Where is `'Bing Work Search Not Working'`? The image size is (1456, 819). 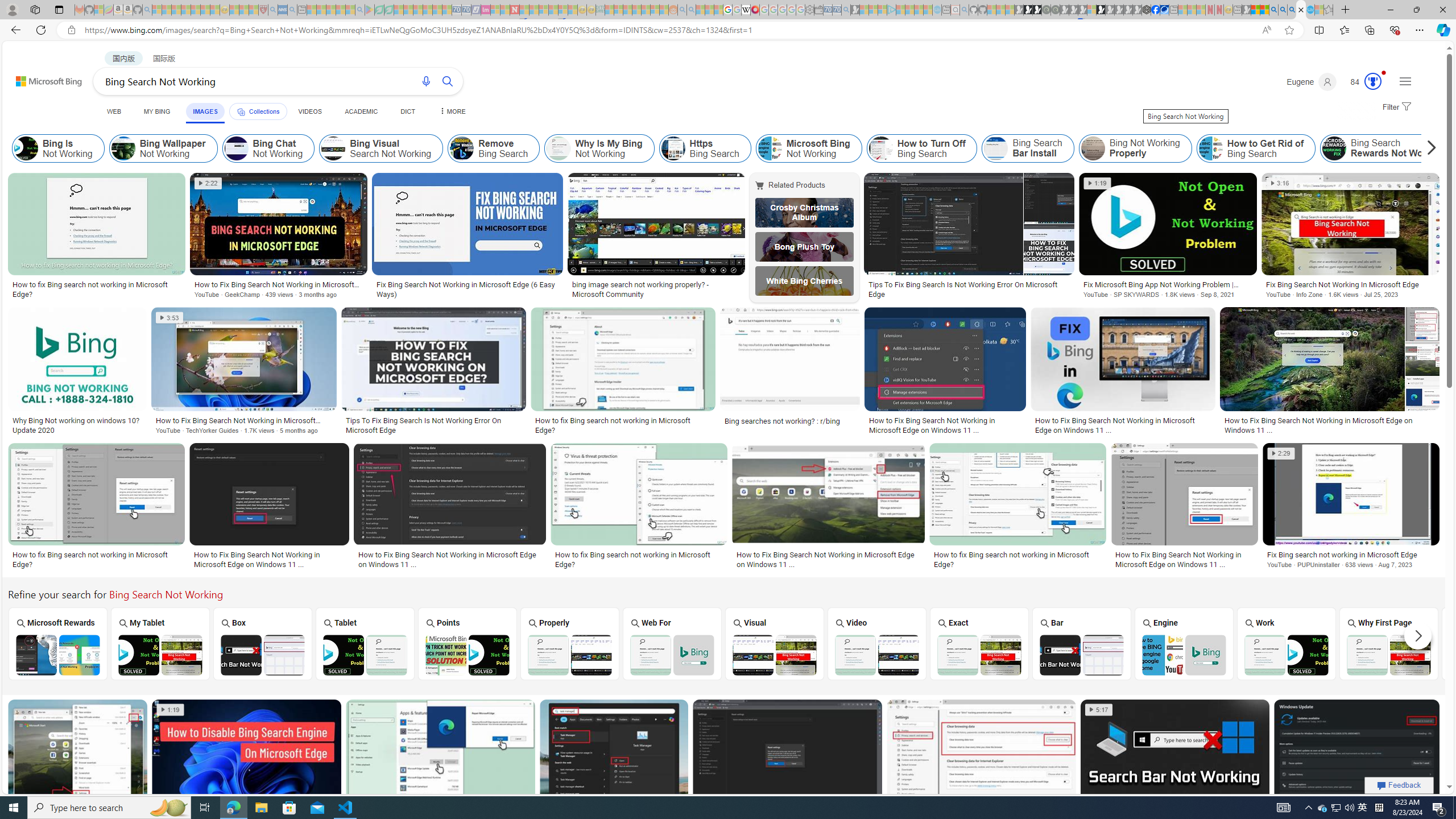
'Bing Work Search Not Working' is located at coordinates (1286, 655).